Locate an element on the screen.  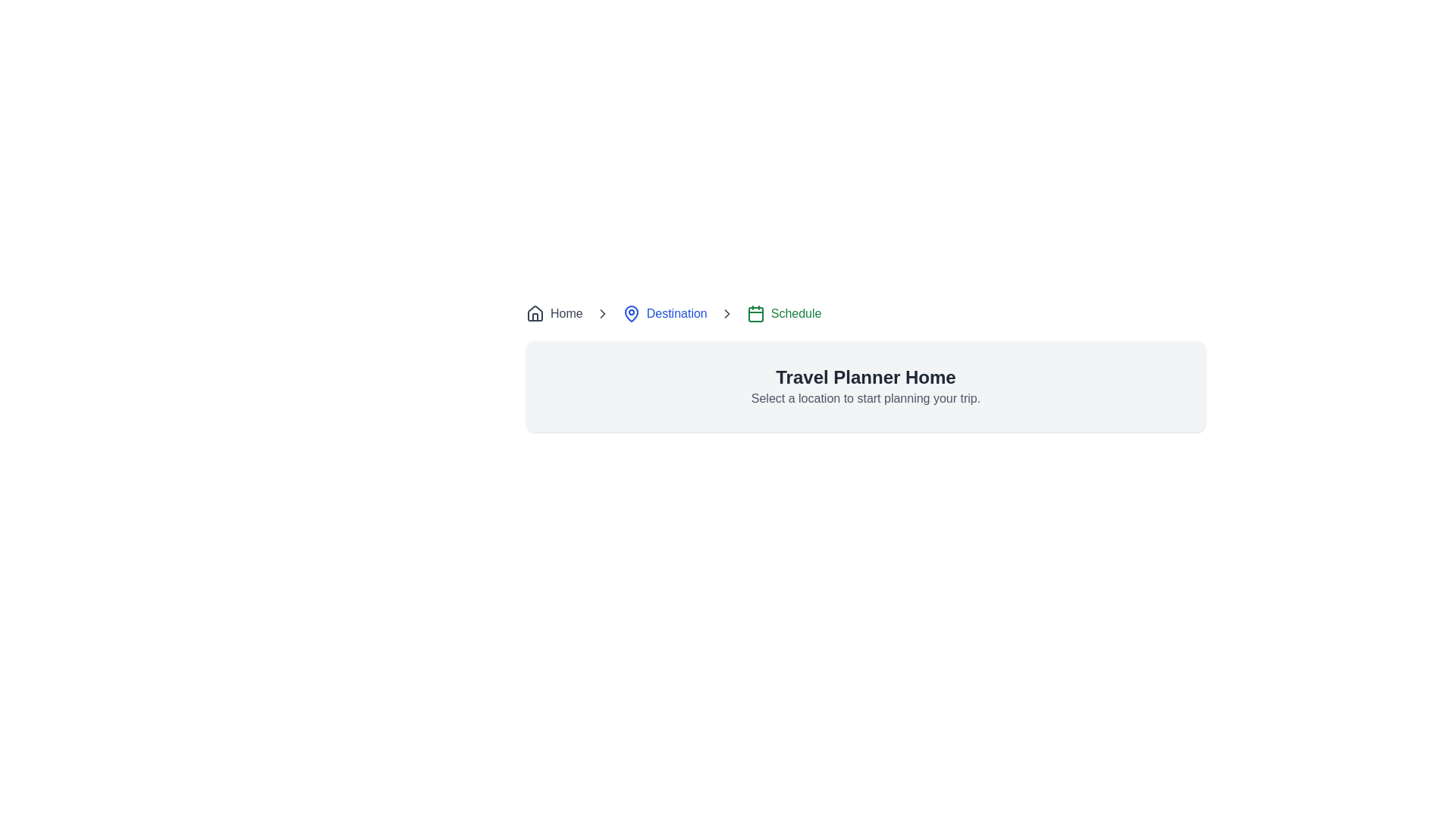
the second item in the breadcrumb navigation bar, which is a Link with Icon that redirects to the 'Destination' section is located at coordinates (664, 312).